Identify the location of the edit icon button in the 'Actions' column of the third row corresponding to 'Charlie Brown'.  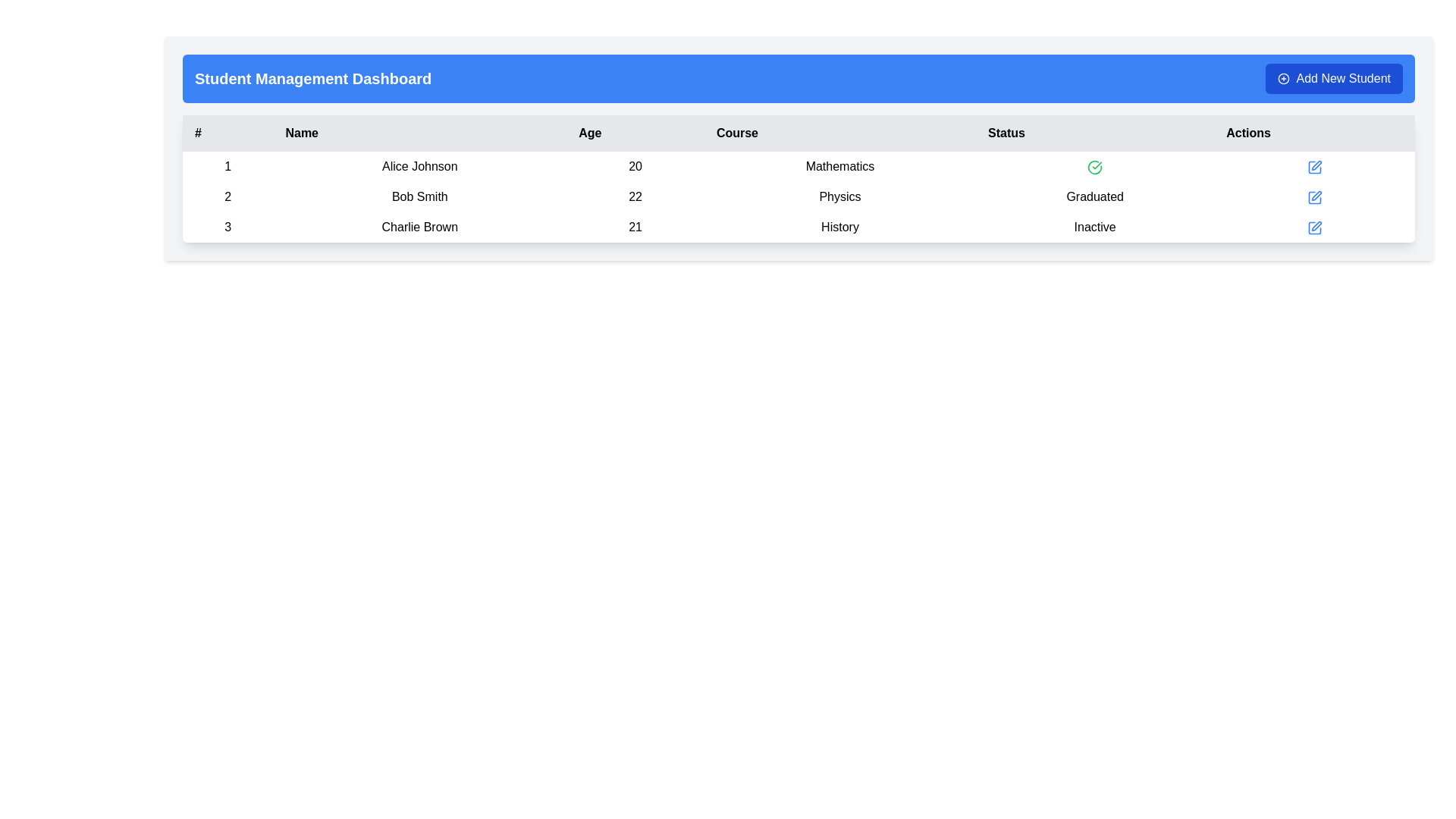
(1313, 227).